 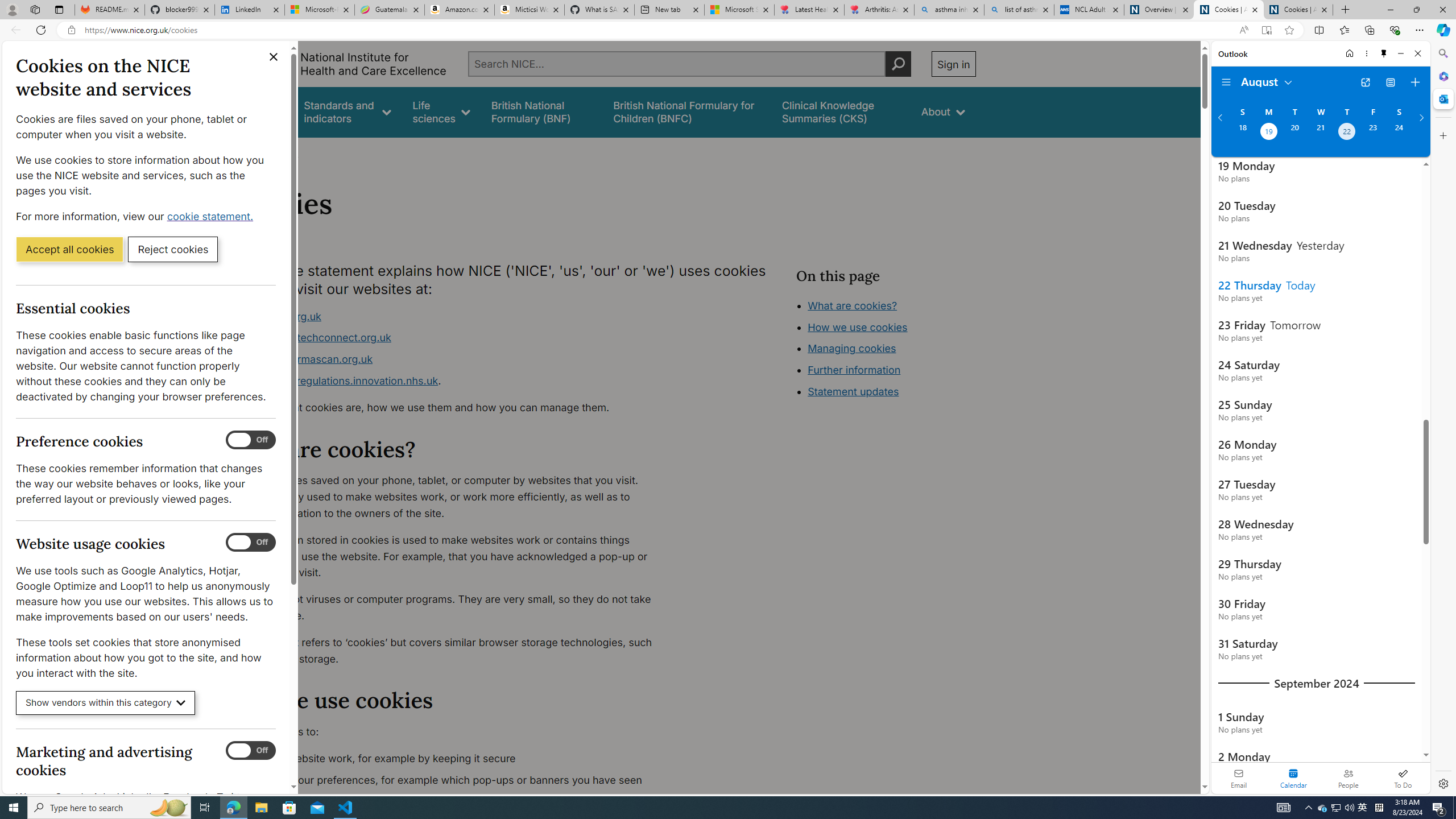 What do you see at coordinates (1293, 133) in the screenshot?
I see `'Tuesday, August 20, 2024. '` at bounding box center [1293, 133].